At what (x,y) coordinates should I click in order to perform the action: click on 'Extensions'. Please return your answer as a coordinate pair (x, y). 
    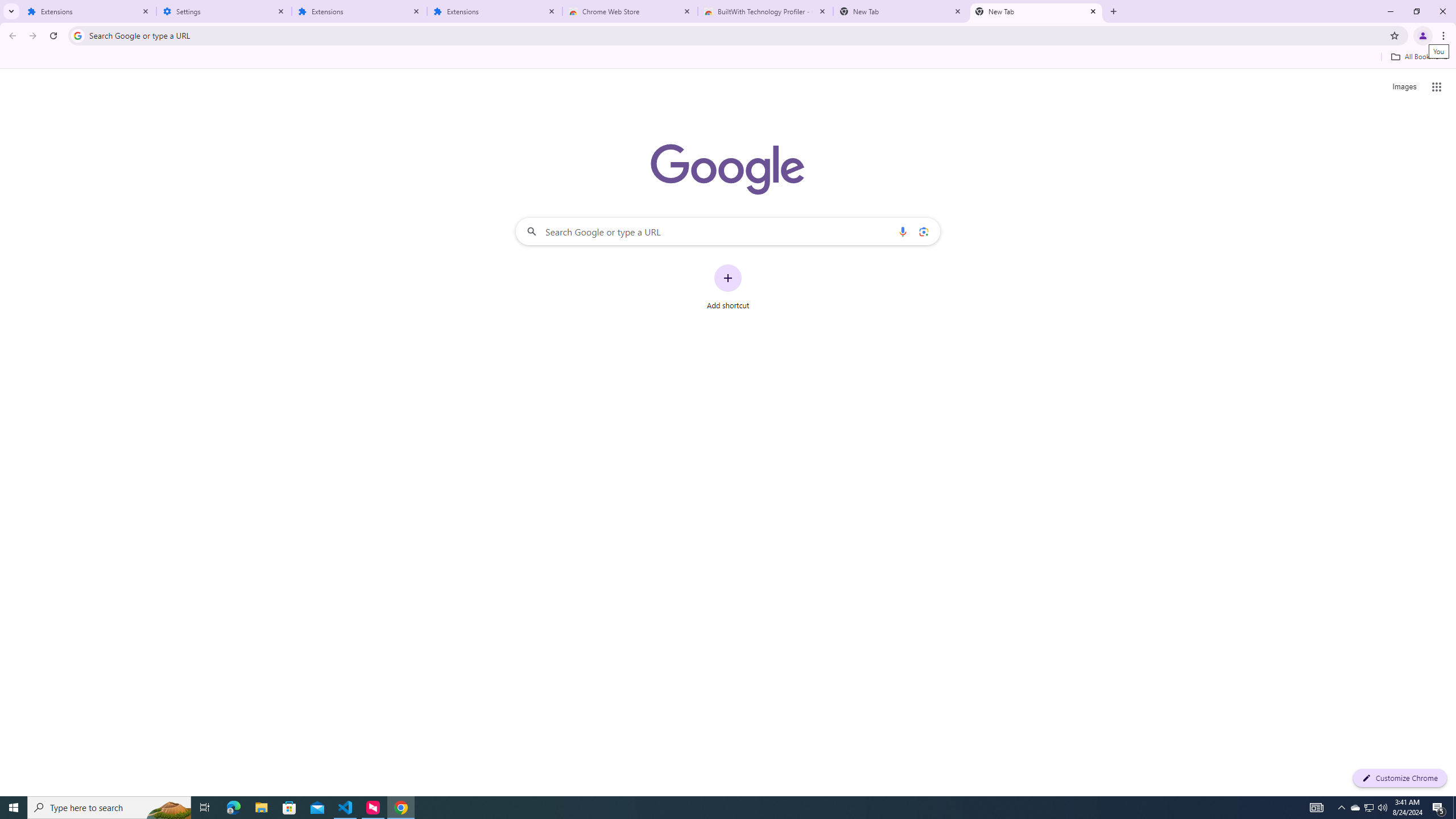
    Looking at the image, I should click on (494, 11).